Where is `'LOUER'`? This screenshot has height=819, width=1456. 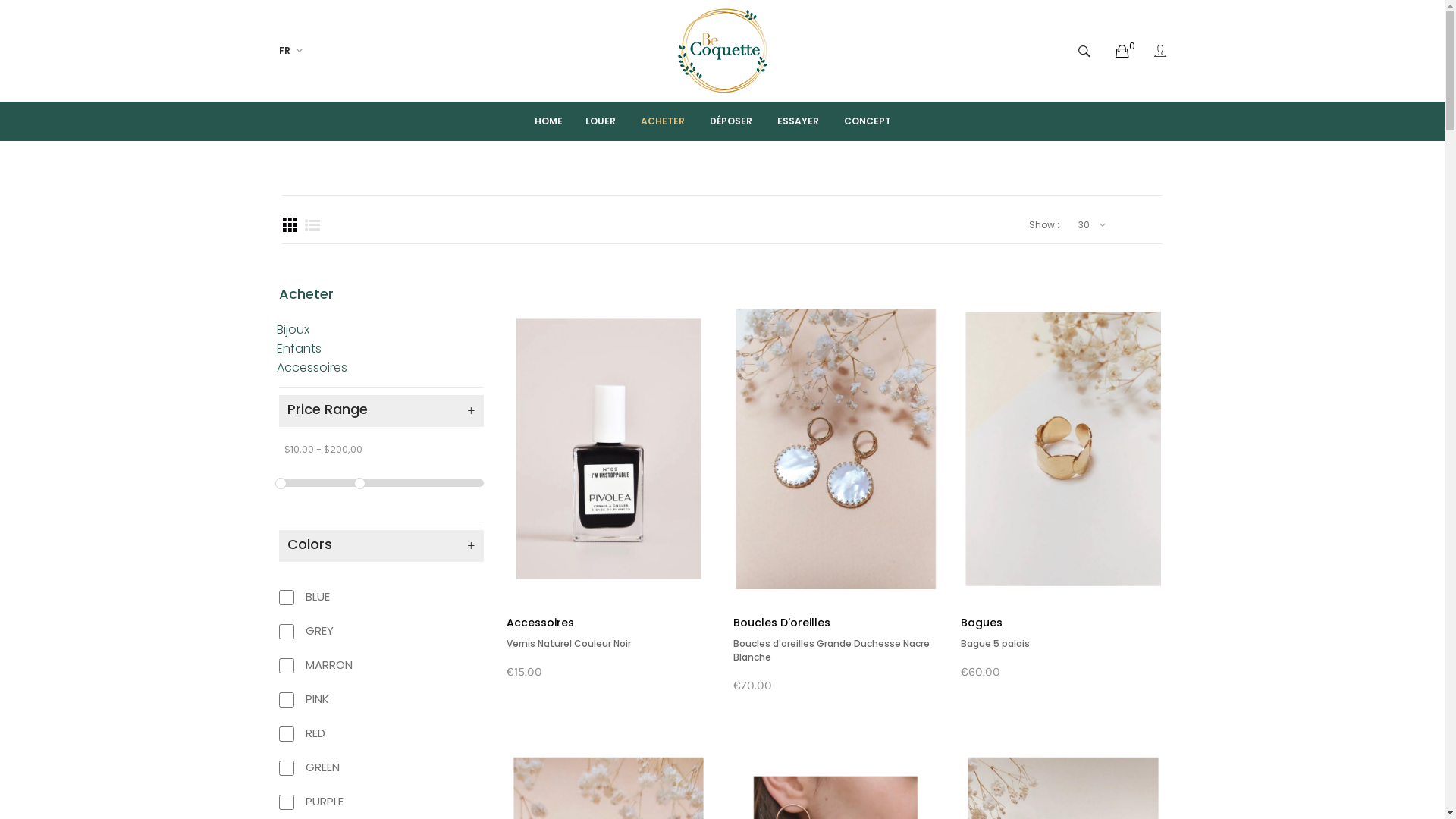 'LOUER' is located at coordinates (566, 120).